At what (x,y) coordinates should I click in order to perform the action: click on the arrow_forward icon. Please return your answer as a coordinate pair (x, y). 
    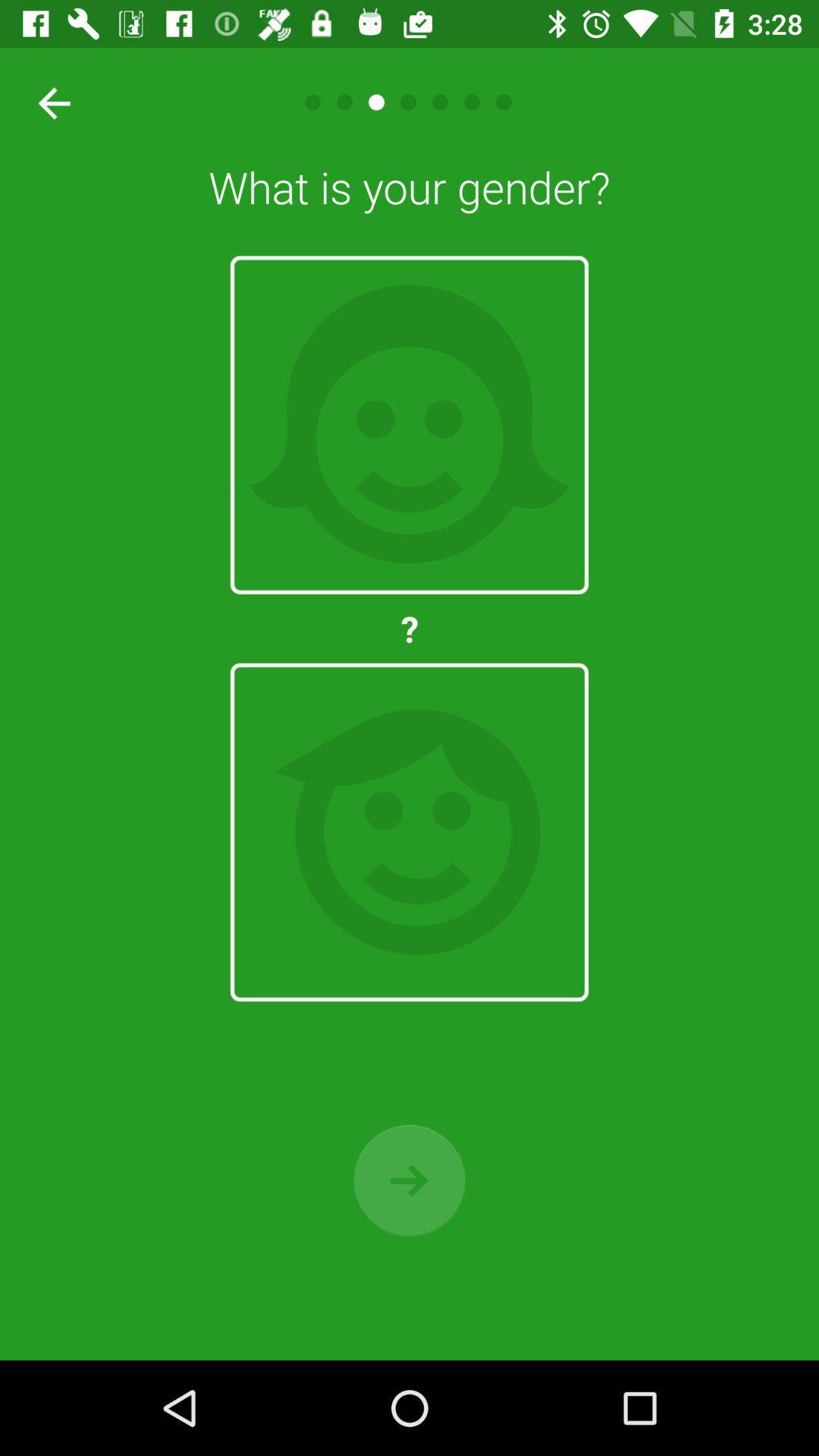
    Looking at the image, I should click on (409, 1179).